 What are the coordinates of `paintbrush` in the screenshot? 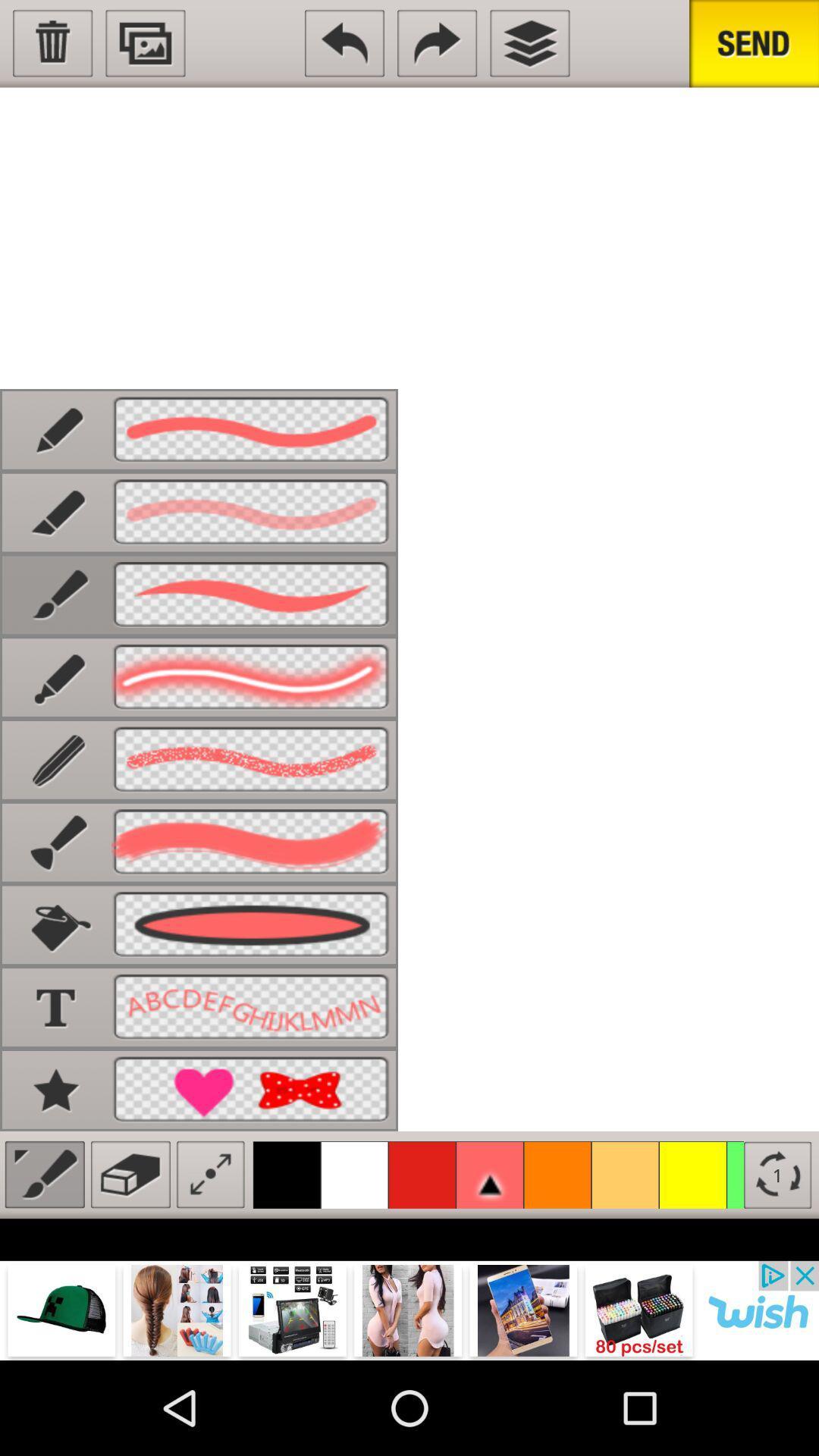 It's located at (44, 1174).